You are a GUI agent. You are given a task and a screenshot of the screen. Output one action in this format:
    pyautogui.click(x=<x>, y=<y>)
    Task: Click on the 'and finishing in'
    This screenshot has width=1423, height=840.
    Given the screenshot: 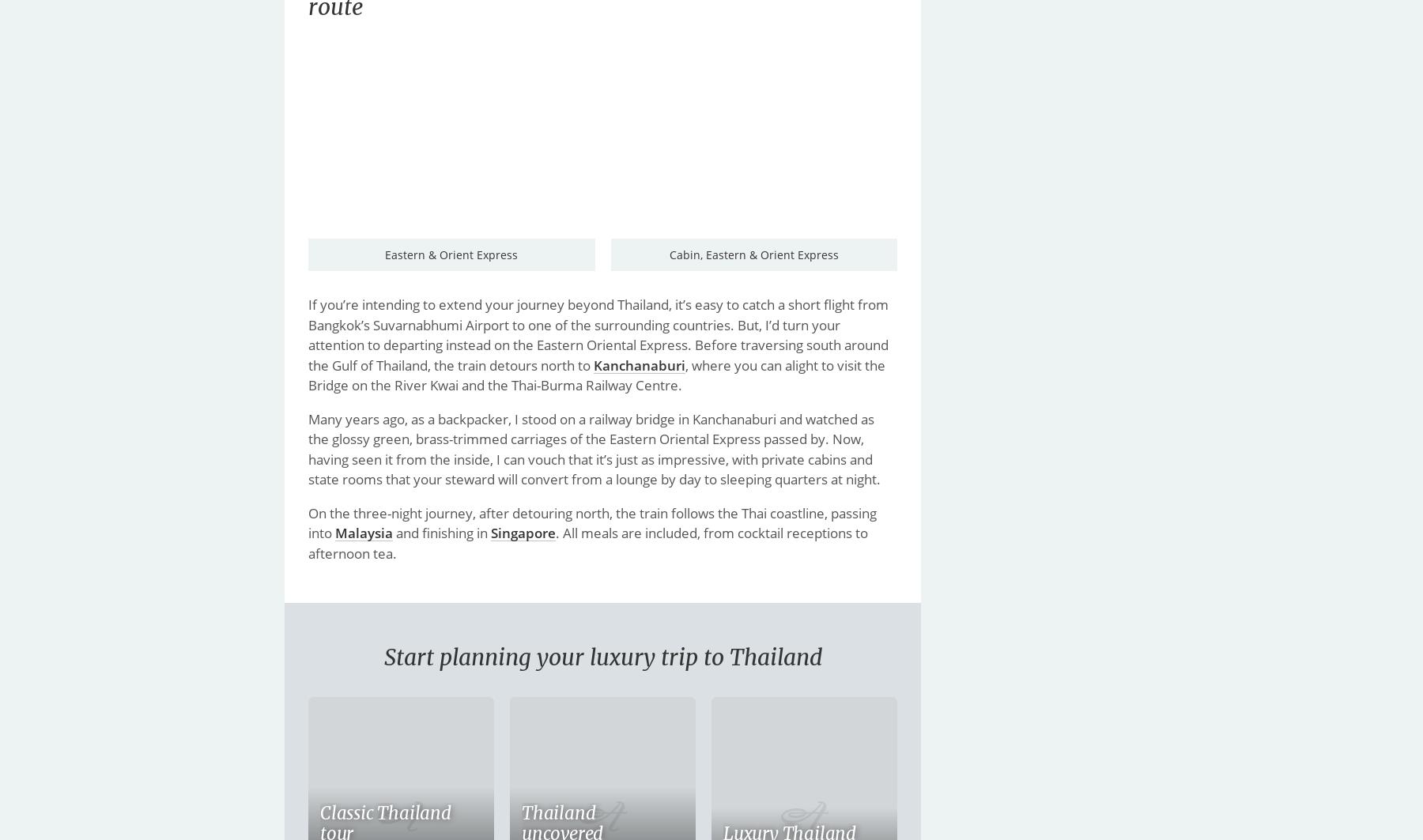 What is the action you would take?
    pyautogui.click(x=441, y=532)
    